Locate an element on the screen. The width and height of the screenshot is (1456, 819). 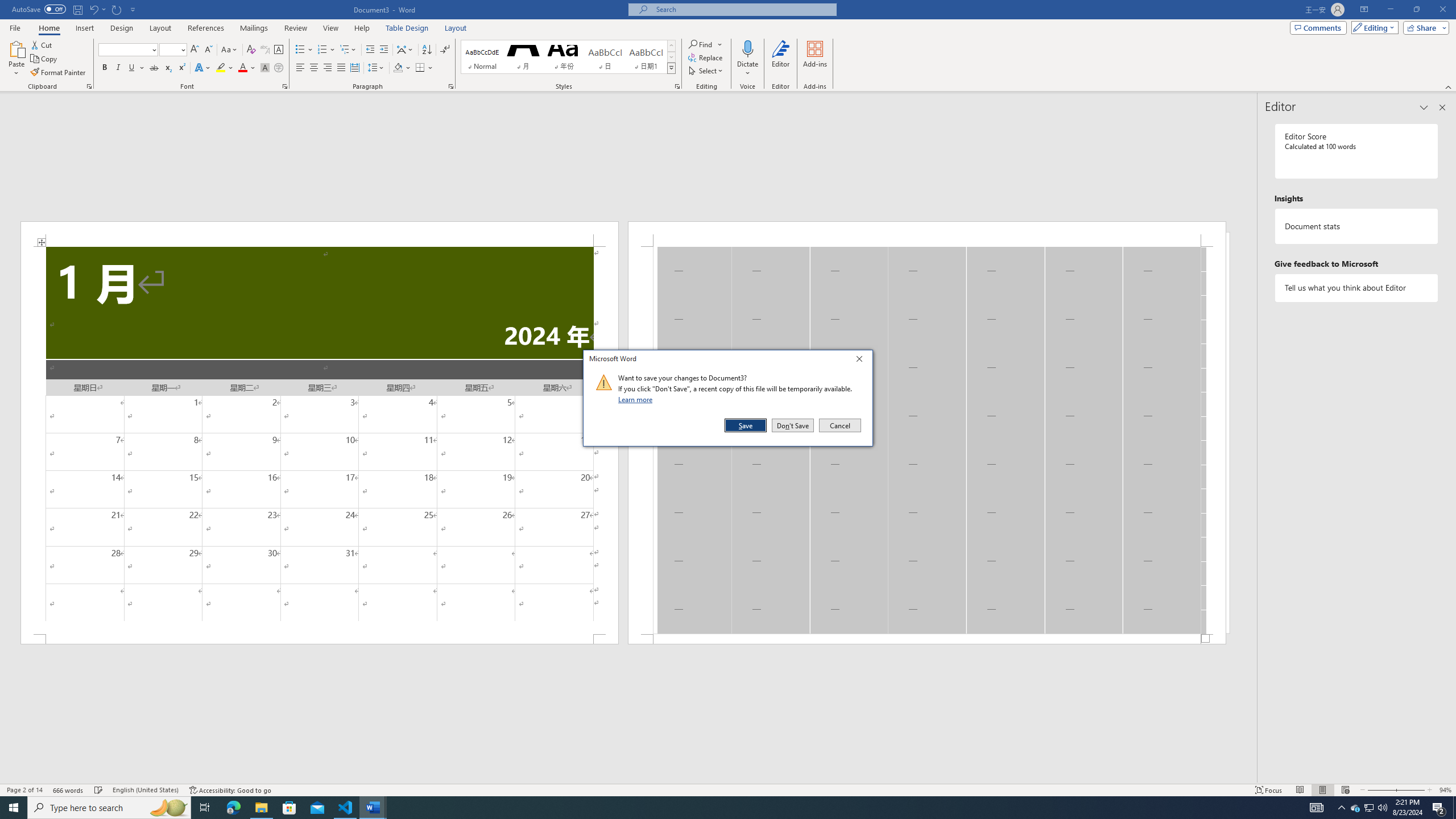
'Word Count 666 words' is located at coordinates (69, 790).